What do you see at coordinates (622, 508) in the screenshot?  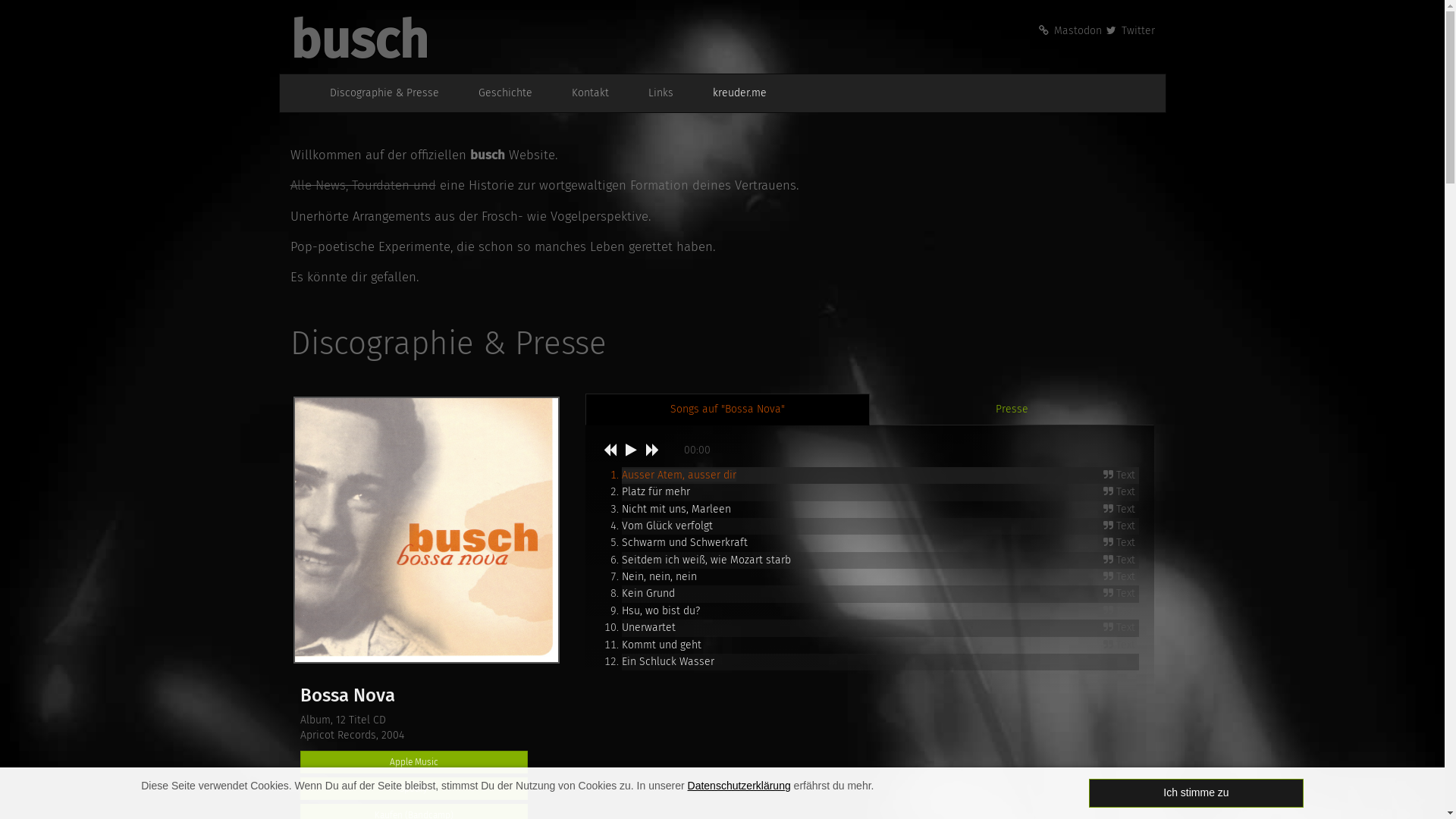 I see `'Nicht mit uns, Marleen'` at bounding box center [622, 508].